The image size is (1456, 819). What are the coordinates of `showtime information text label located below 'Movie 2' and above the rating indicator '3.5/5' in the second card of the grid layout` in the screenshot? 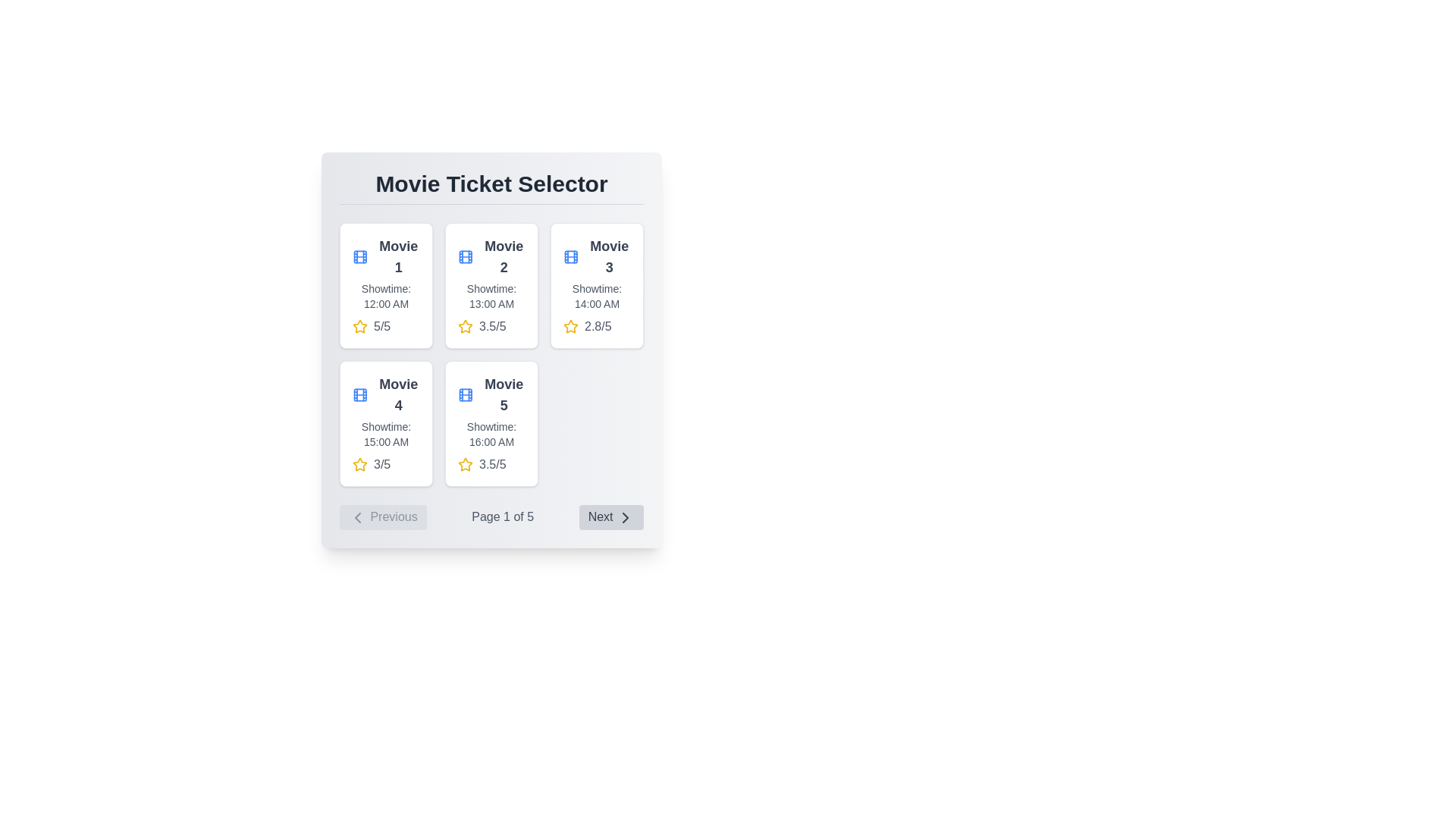 It's located at (491, 296).